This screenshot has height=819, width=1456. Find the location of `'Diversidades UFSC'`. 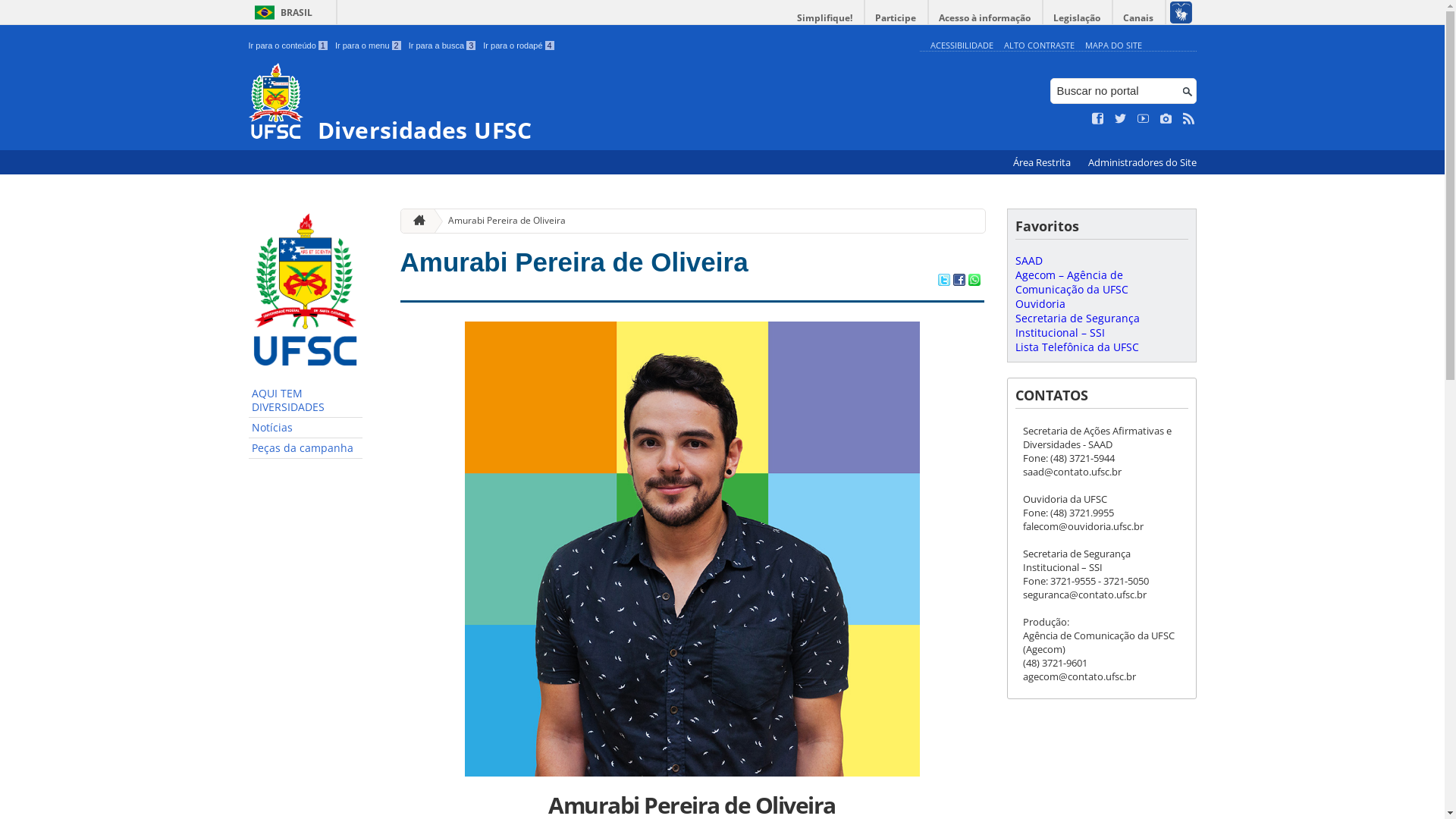

'Diversidades UFSC' is located at coordinates (579, 102).